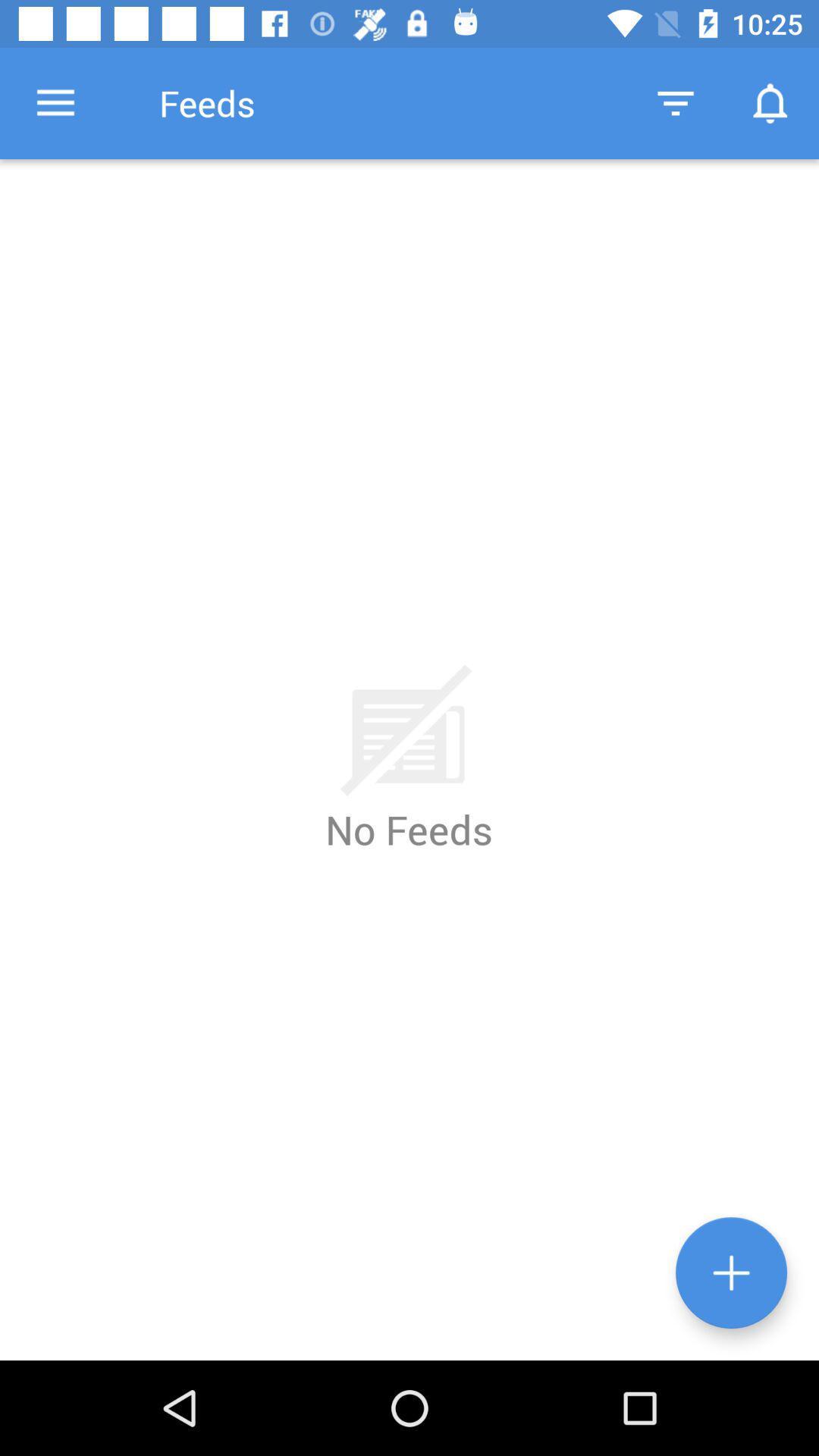  I want to click on the icon next to feeds item, so click(55, 102).